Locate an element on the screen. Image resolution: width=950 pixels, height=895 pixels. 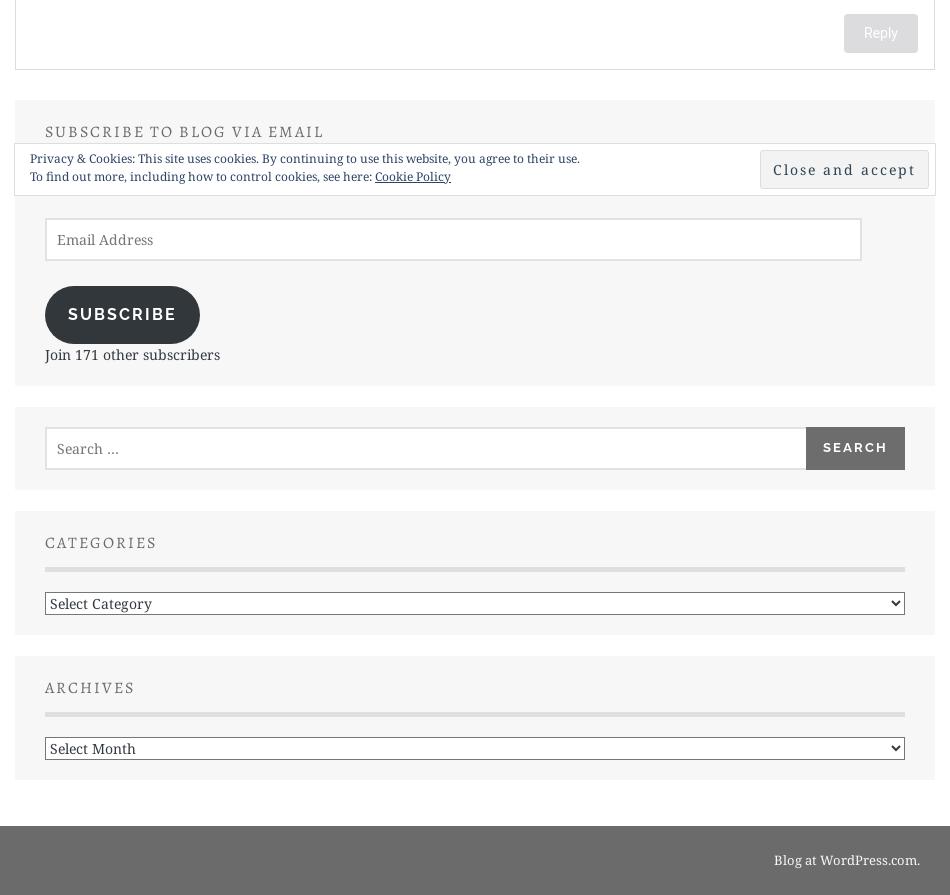
'Categories' is located at coordinates (100, 541).